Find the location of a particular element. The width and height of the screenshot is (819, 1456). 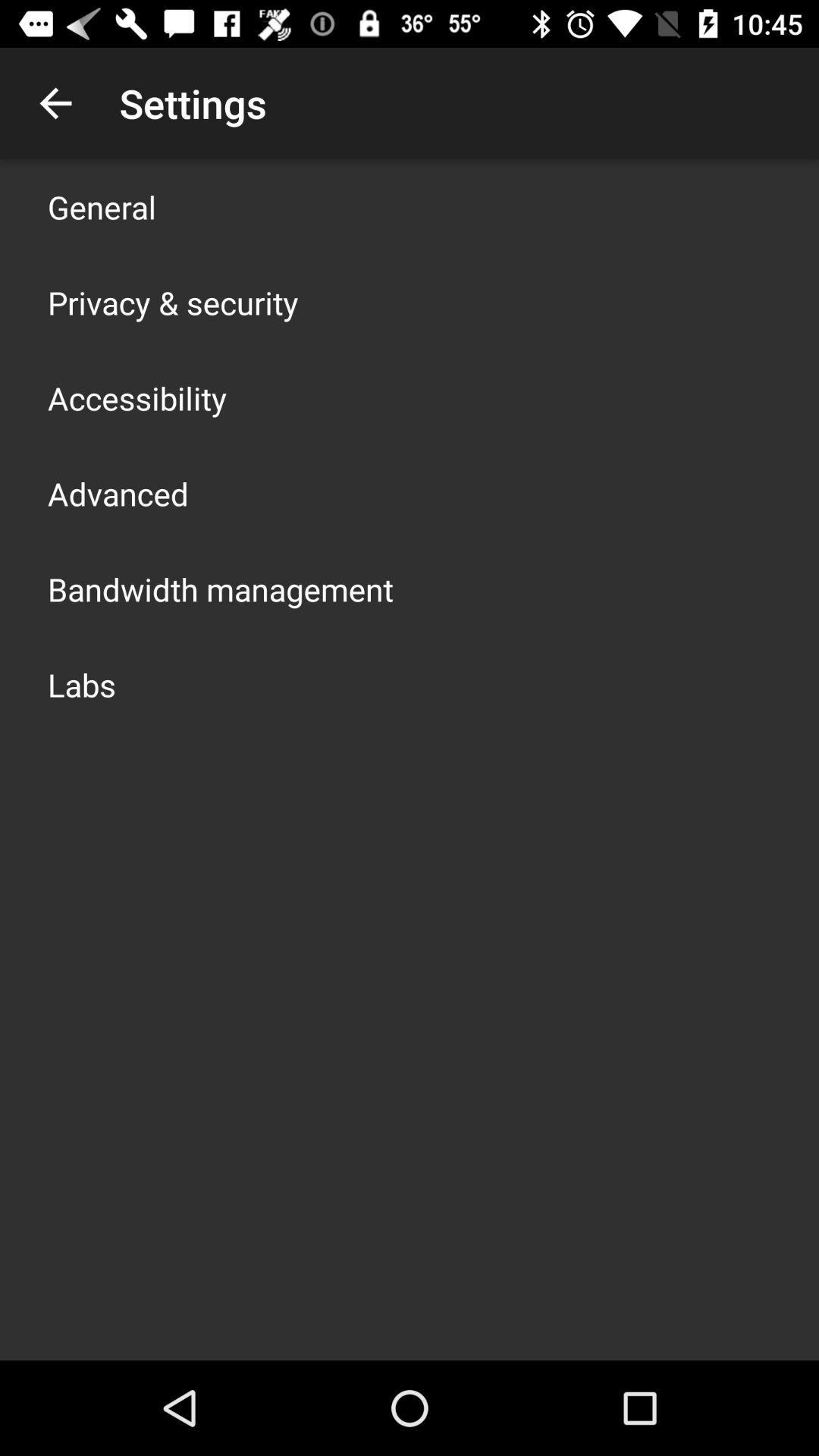

the app above labs item is located at coordinates (220, 588).